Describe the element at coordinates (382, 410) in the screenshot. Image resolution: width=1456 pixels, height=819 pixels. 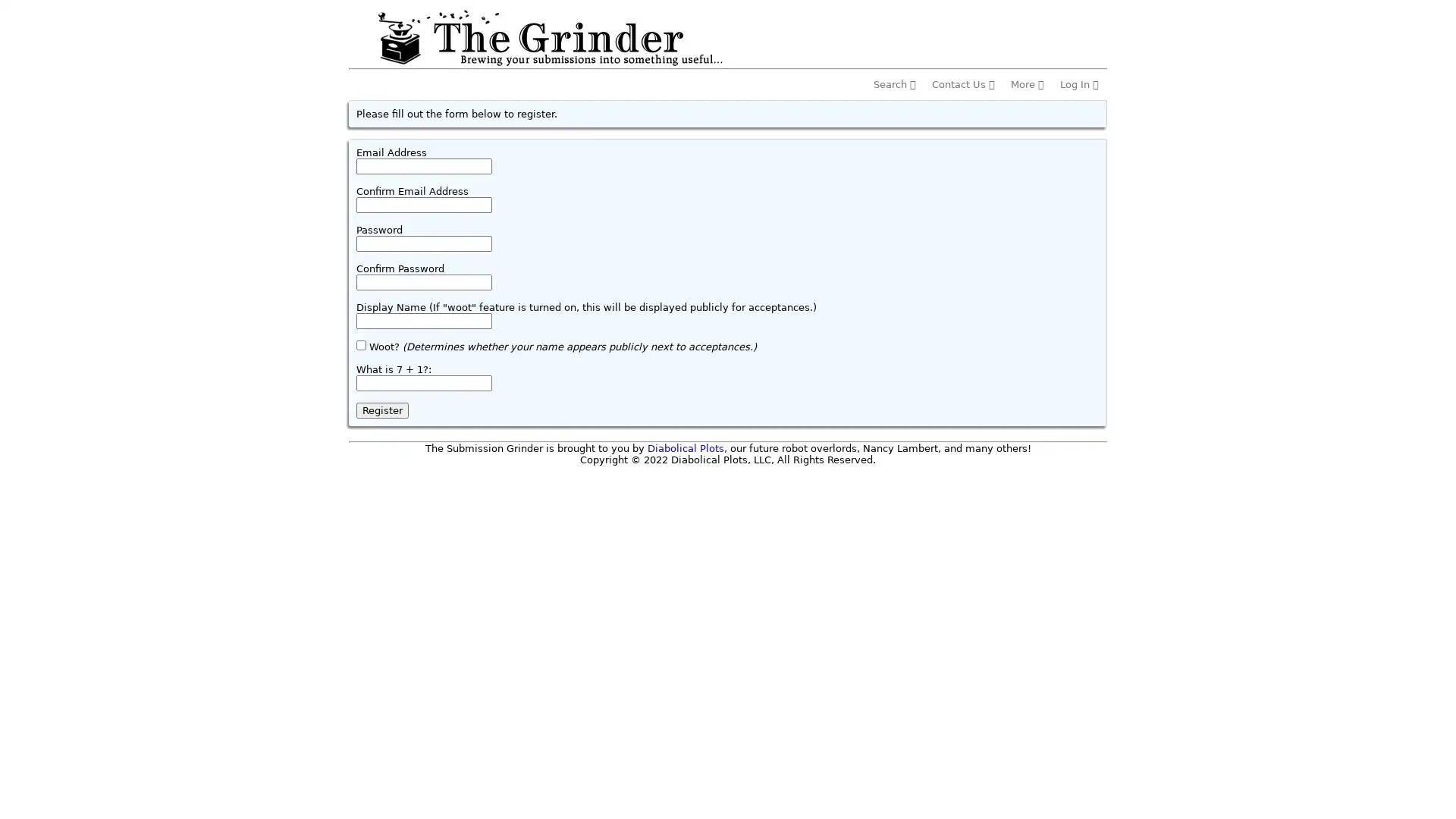
I see `Register` at that location.